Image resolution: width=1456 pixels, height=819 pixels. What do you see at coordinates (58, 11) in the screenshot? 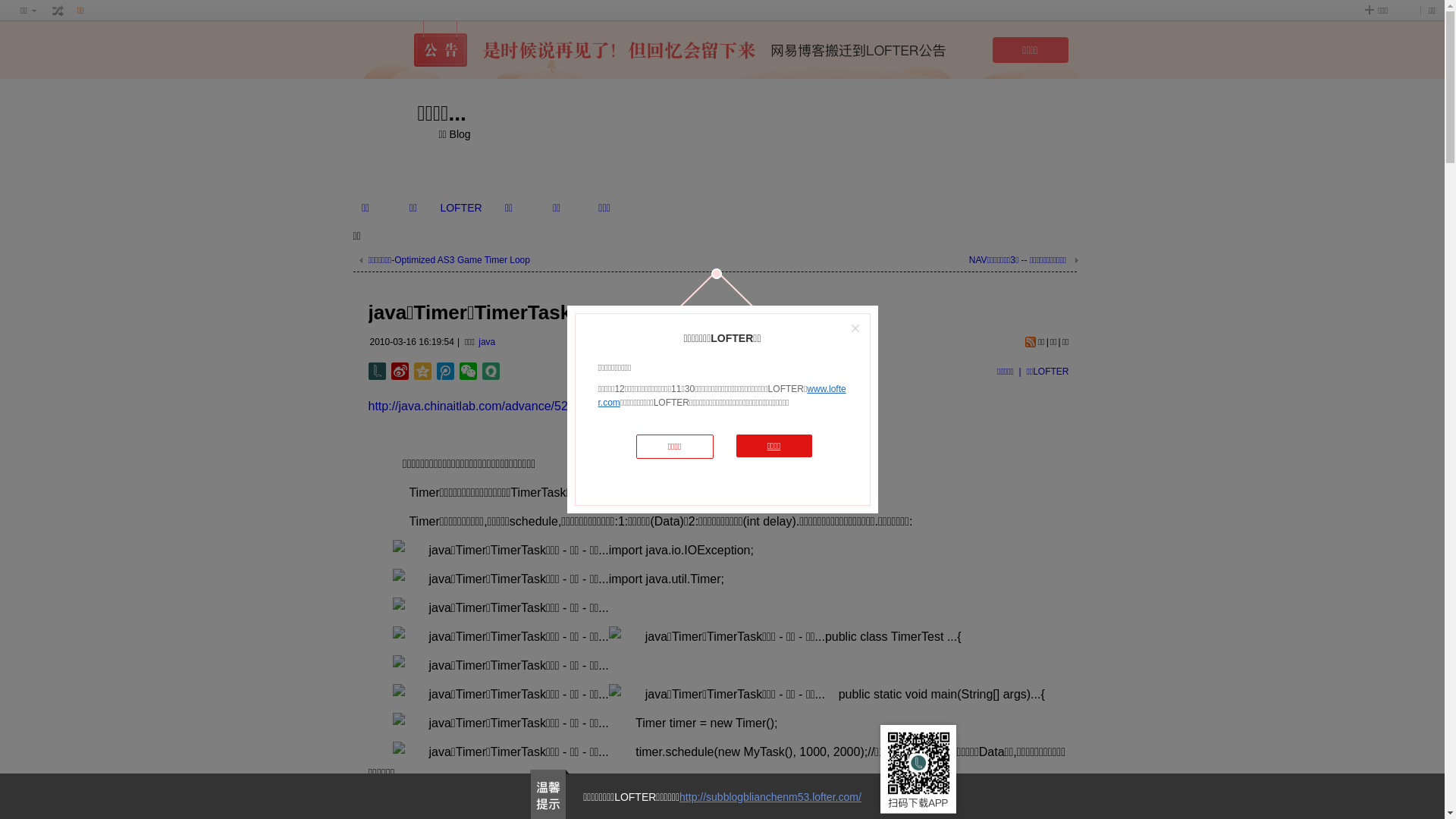
I see `' '` at bounding box center [58, 11].